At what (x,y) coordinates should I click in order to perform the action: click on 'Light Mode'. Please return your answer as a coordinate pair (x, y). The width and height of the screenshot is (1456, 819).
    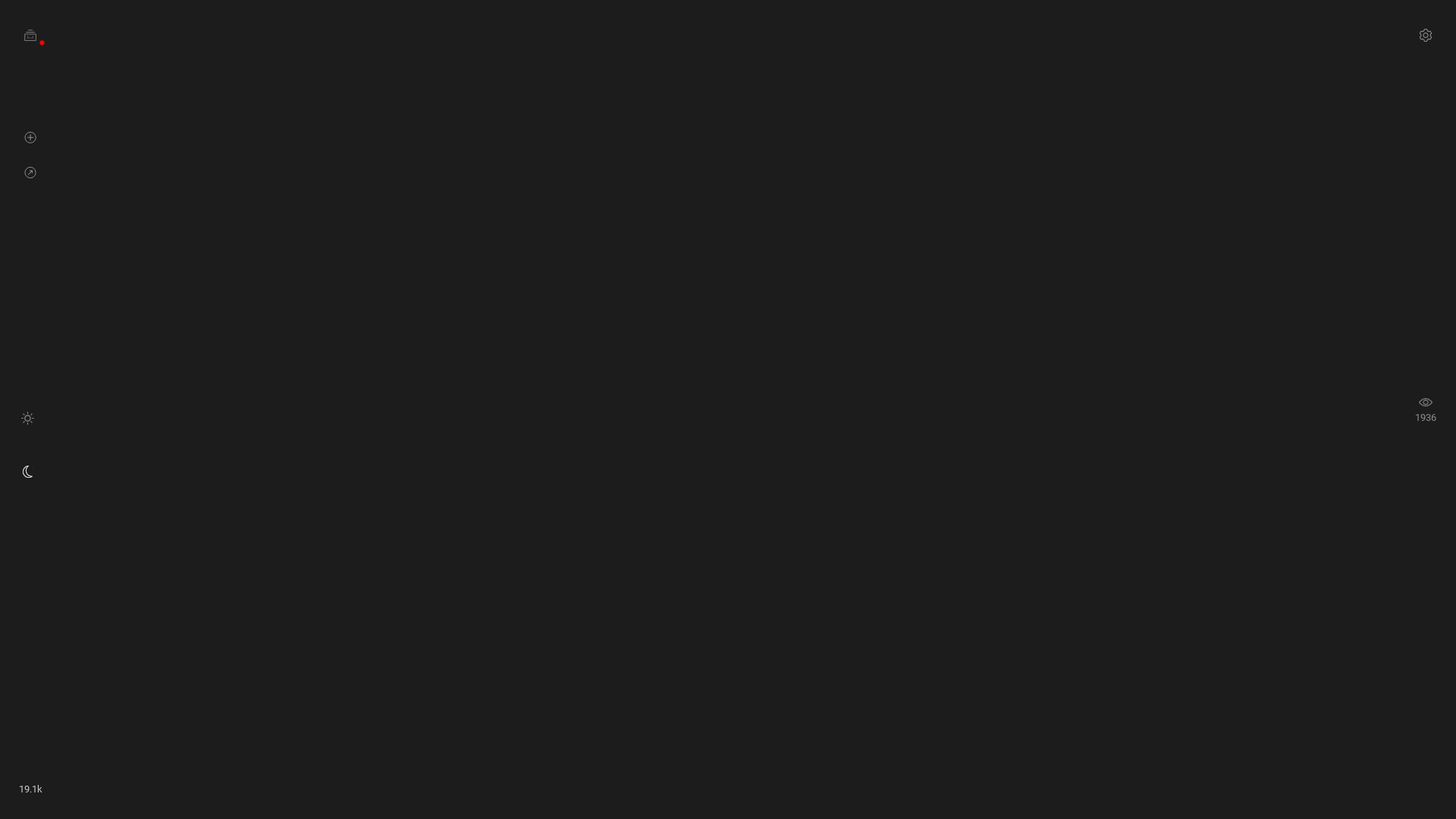
    Looking at the image, I should click on (27, 417).